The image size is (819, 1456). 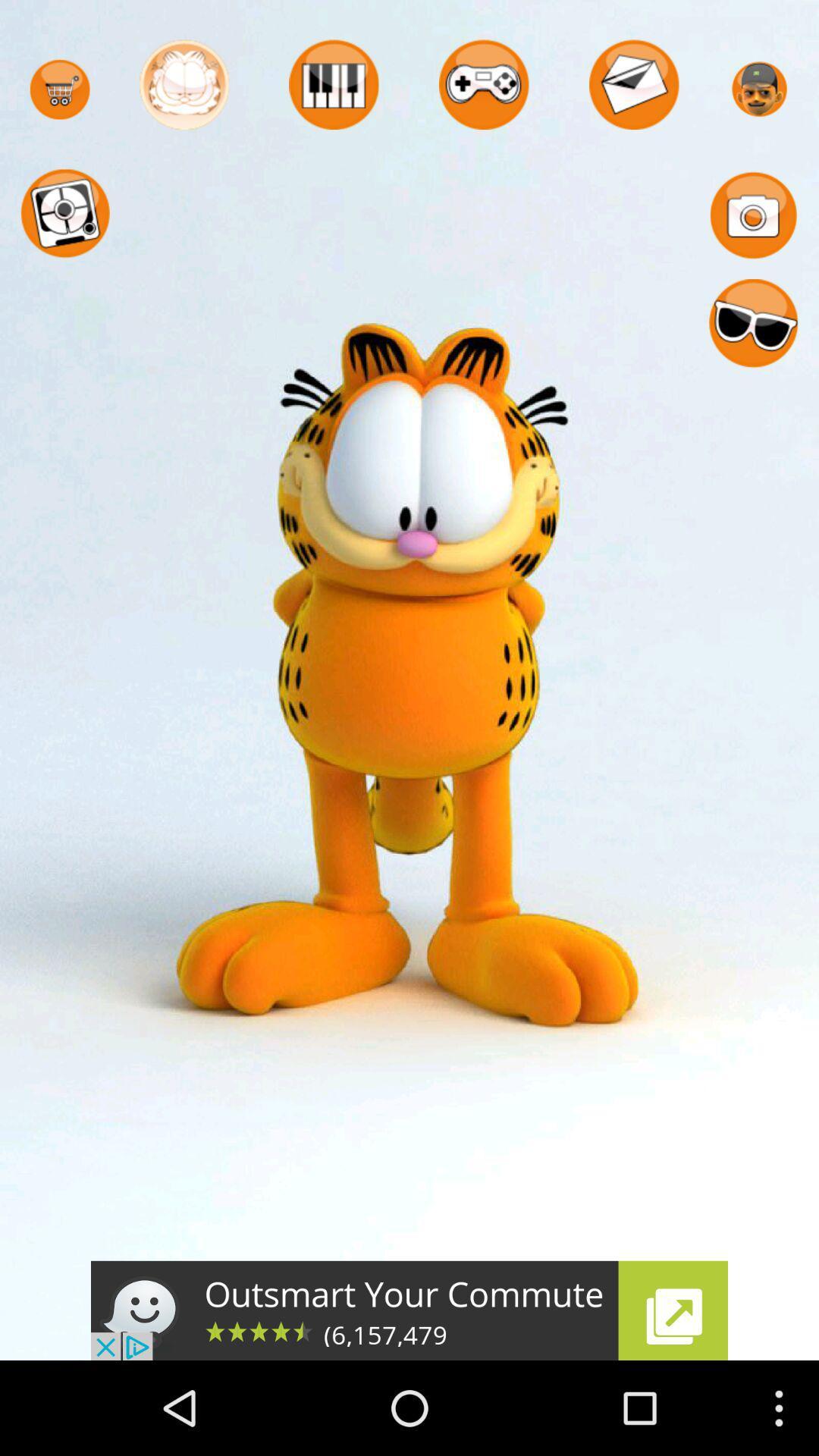 What do you see at coordinates (59, 89) in the screenshot?
I see `cart icon` at bounding box center [59, 89].